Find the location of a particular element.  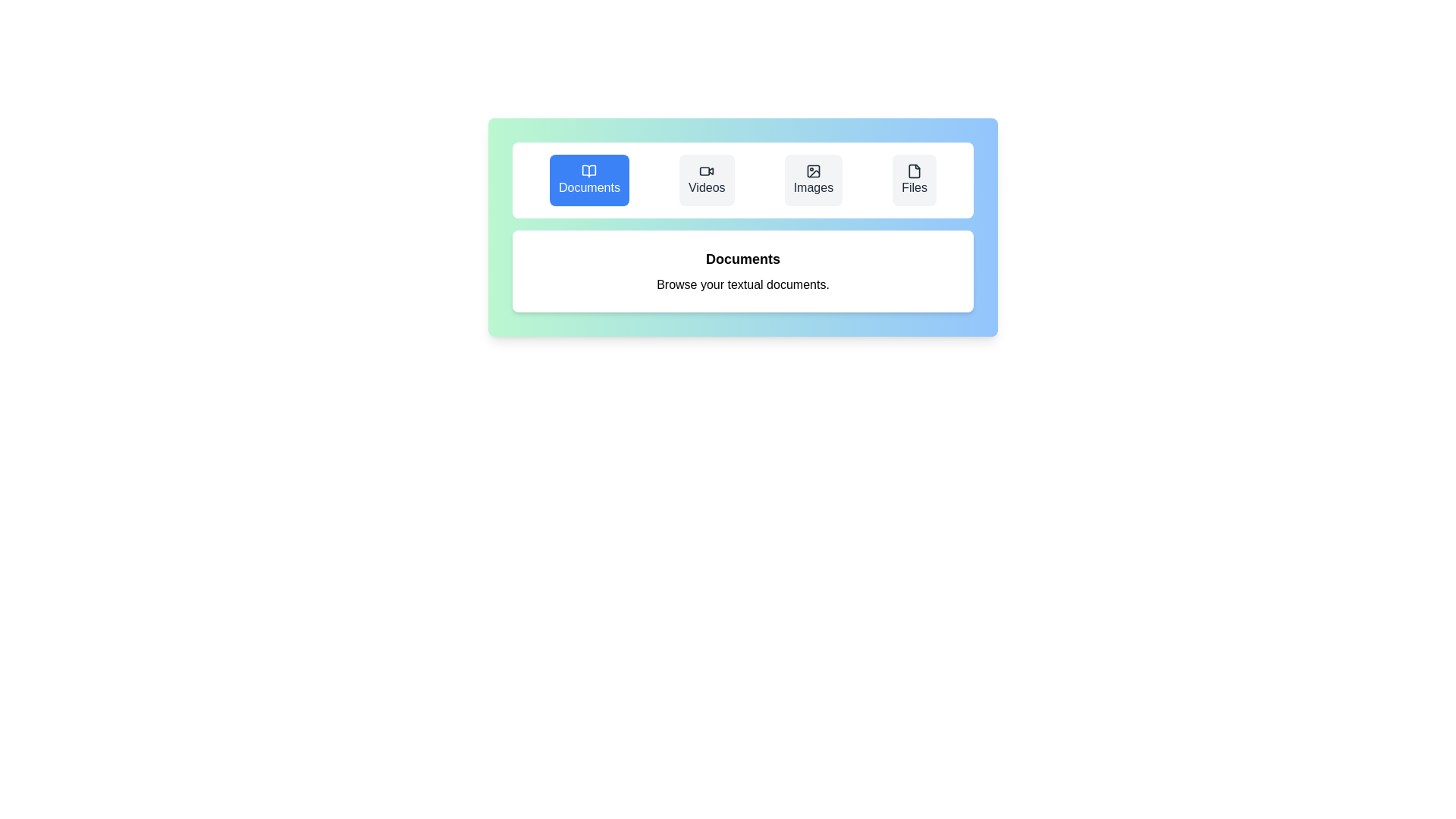

the Images tab by clicking on the corresponding button is located at coordinates (812, 180).